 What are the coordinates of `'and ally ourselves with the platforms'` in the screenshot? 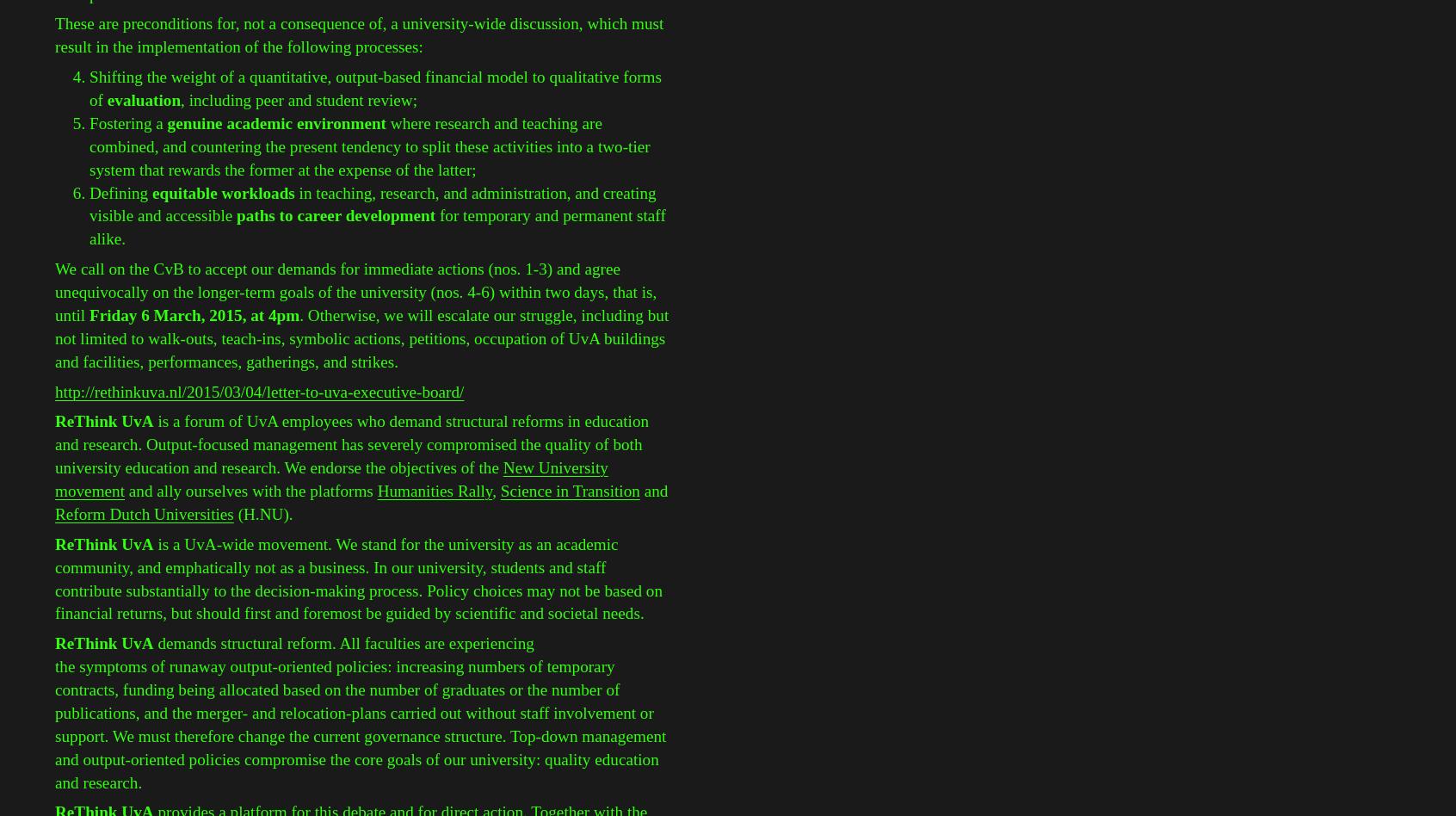 It's located at (250, 491).